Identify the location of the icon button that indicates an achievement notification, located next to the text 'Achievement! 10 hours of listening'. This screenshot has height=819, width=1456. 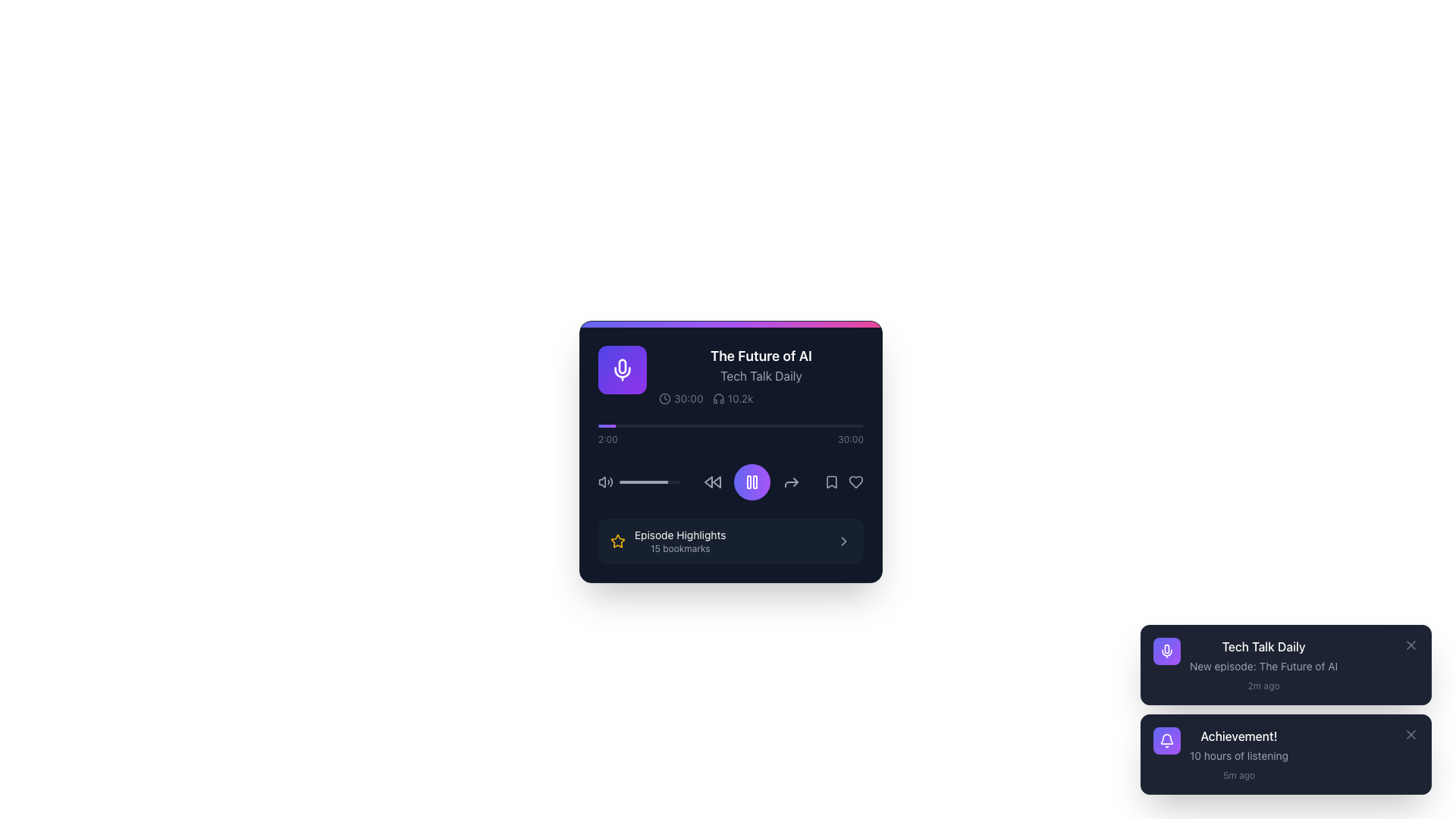
(1166, 739).